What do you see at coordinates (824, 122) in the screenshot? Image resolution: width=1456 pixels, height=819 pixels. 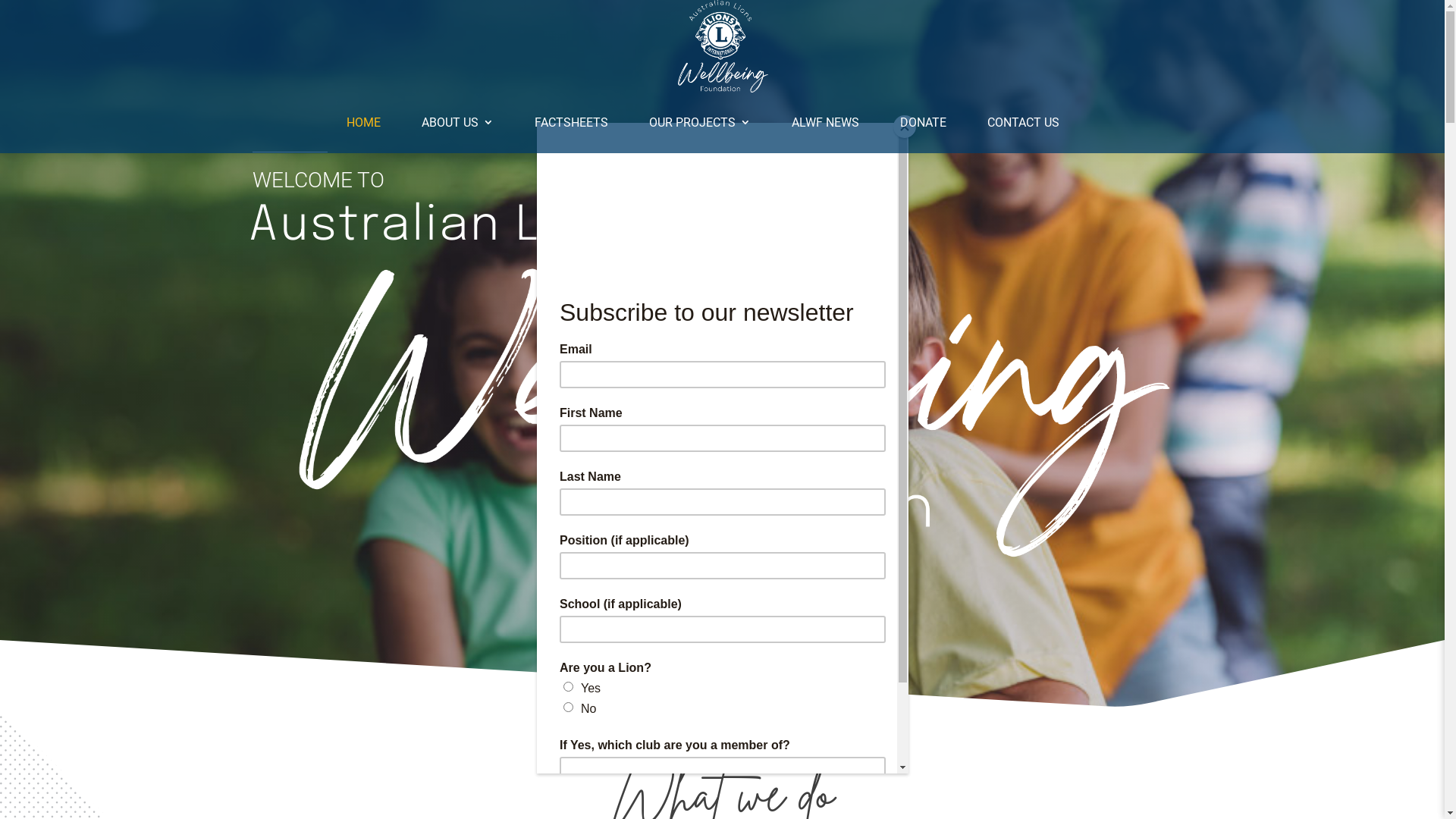 I see `'ALWF NEWS'` at bounding box center [824, 122].